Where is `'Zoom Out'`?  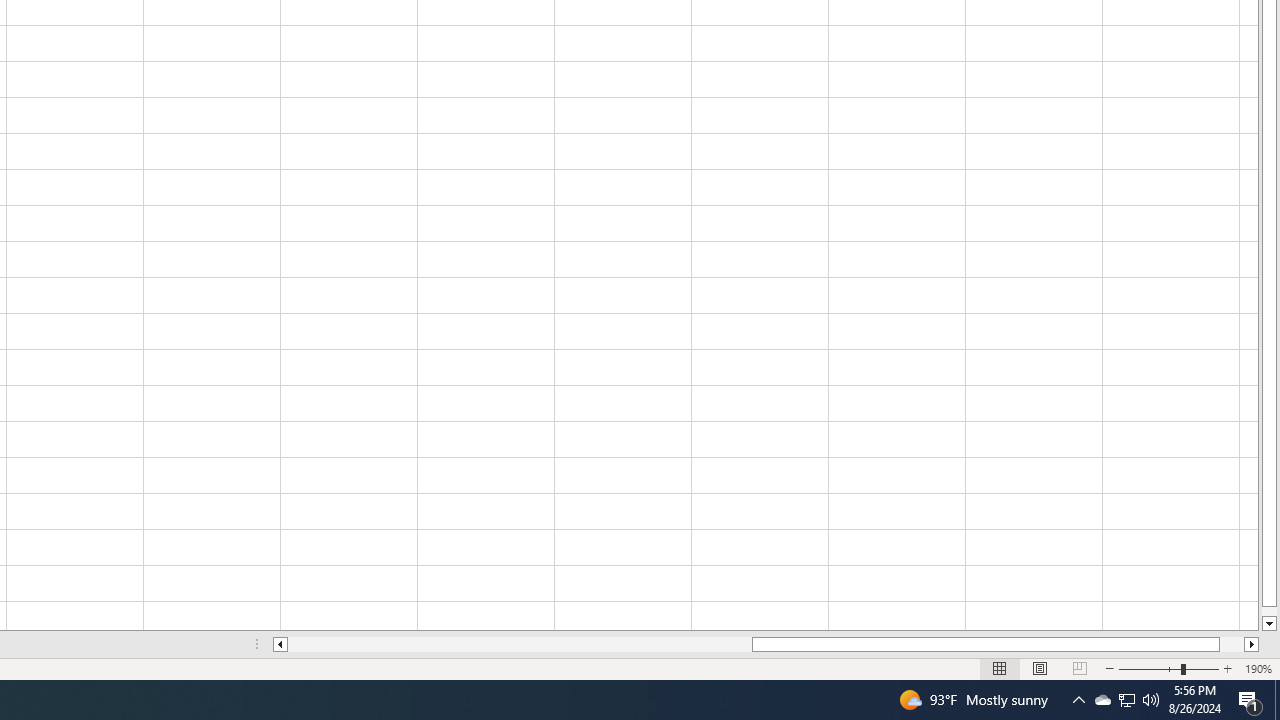
'Zoom Out' is located at coordinates (1150, 669).